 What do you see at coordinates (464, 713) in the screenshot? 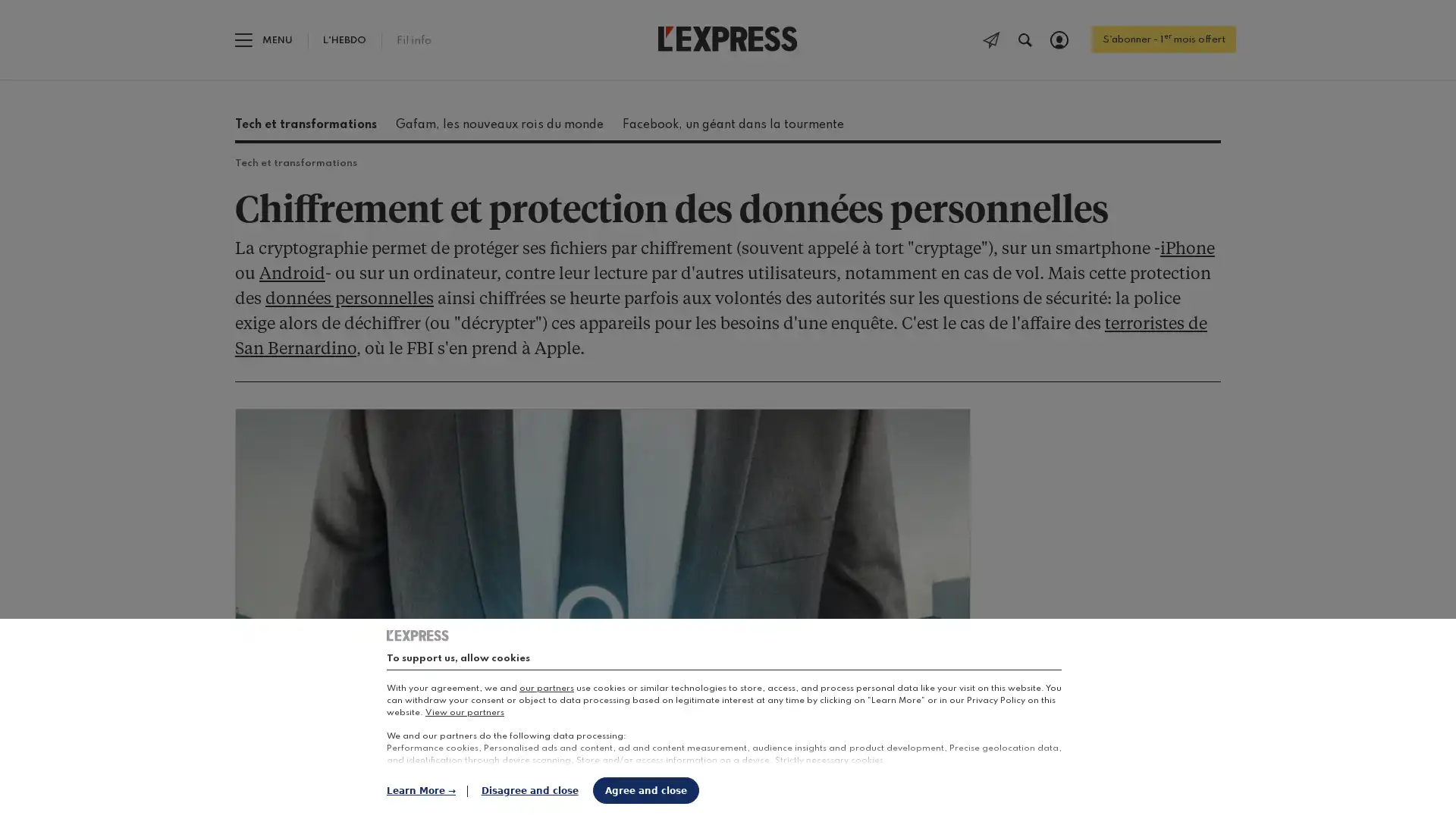
I see `View our partners` at bounding box center [464, 713].